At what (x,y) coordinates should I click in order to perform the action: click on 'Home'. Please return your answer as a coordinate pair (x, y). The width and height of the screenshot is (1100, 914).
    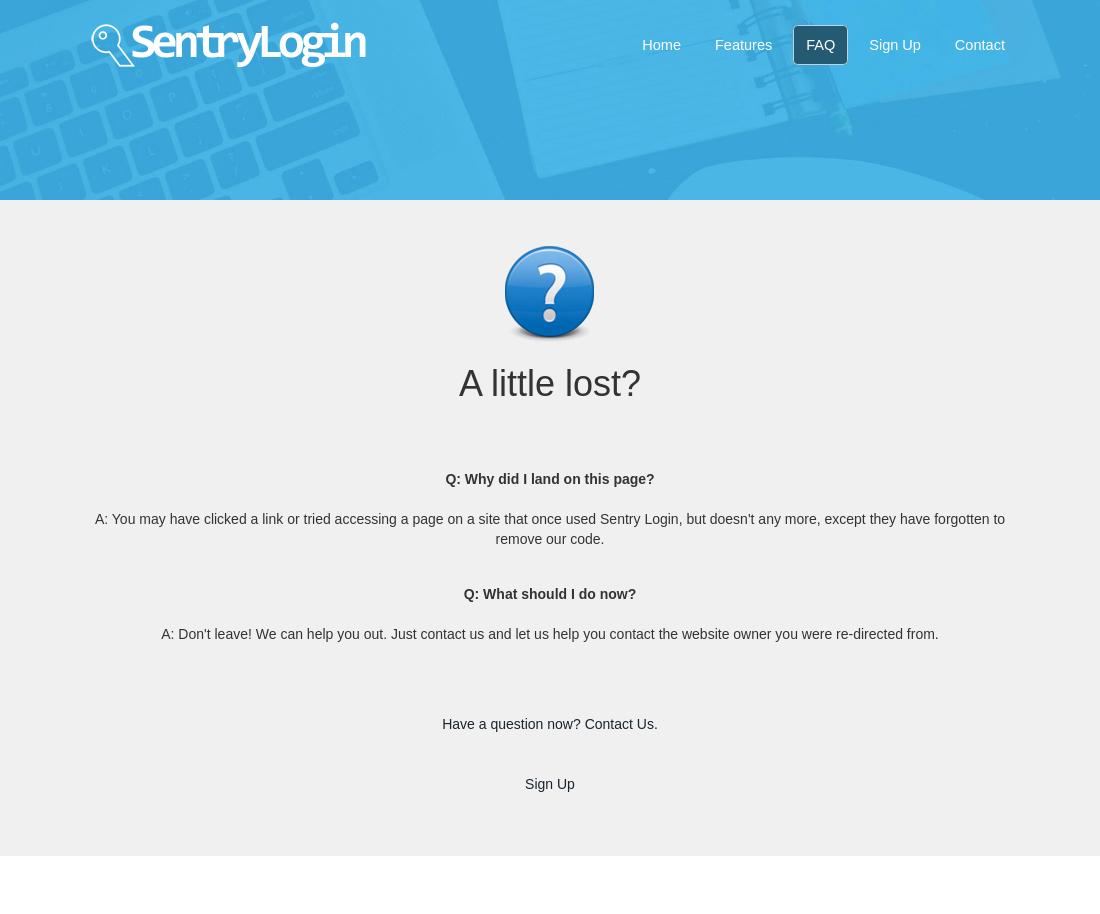
    Looking at the image, I should click on (641, 44).